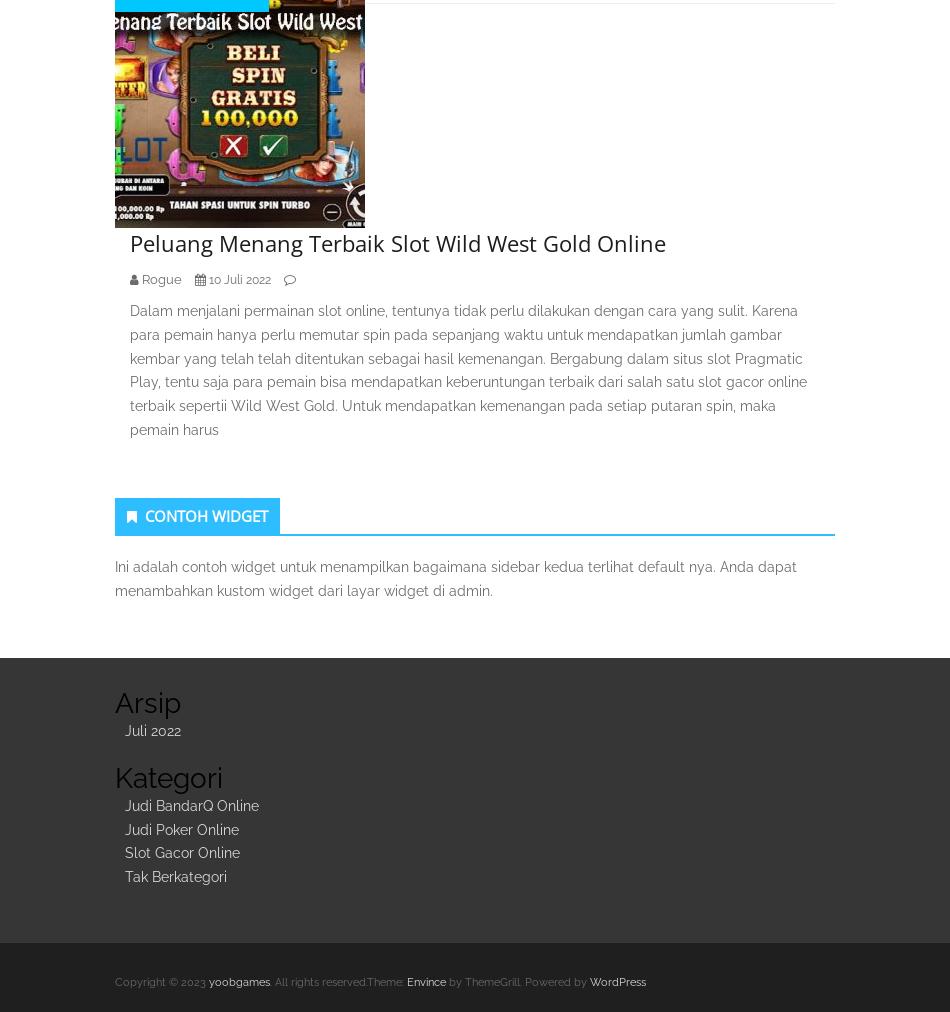 Image resolution: width=950 pixels, height=1012 pixels. I want to click on 'WordPress', so click(617, 981).